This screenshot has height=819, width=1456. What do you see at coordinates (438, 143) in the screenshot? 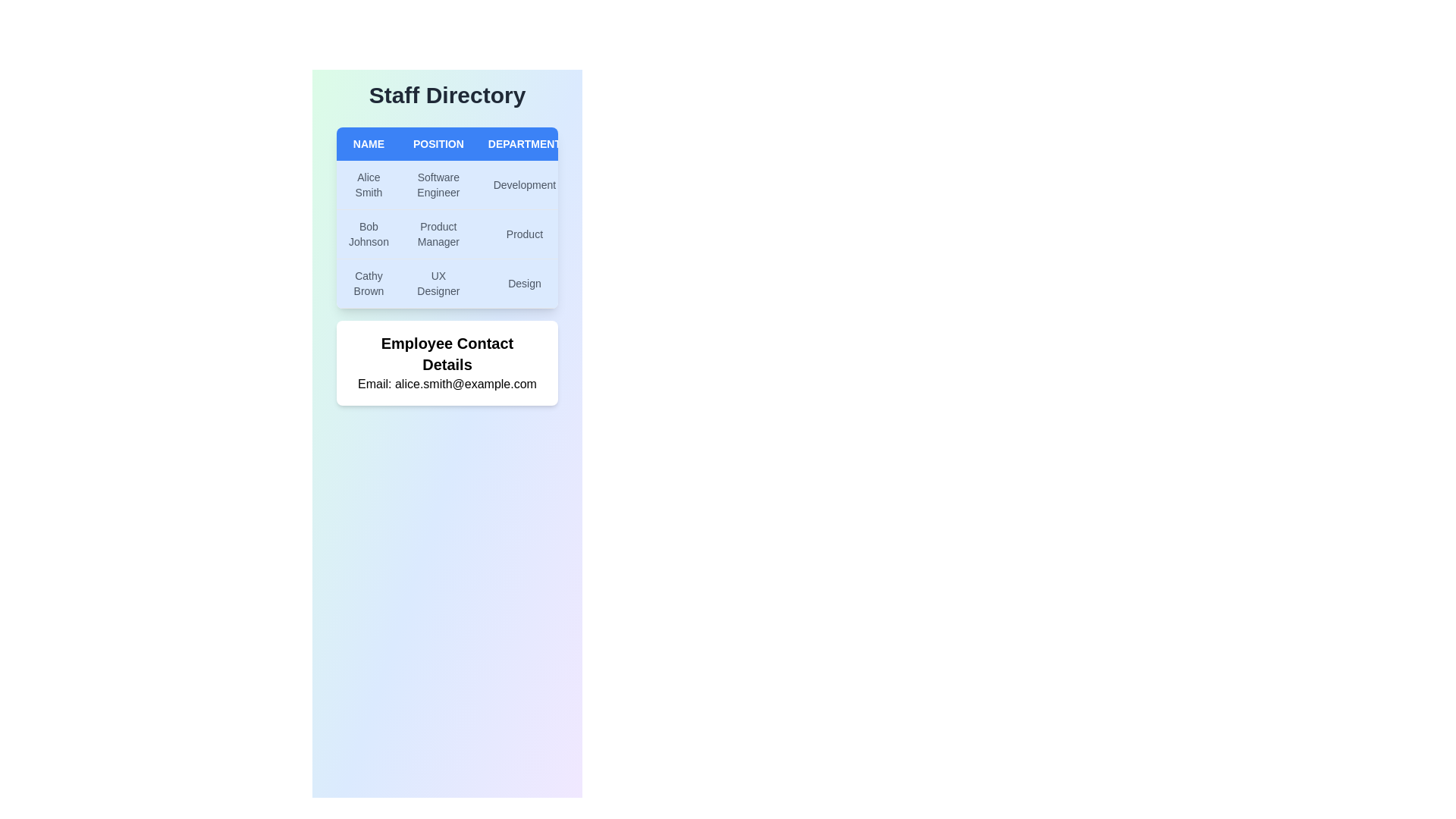
I see `the 'Position' table header cell, which is the second column in the header row of the table, styled with bold white text on a blue background` at bounding box center [438, 143].